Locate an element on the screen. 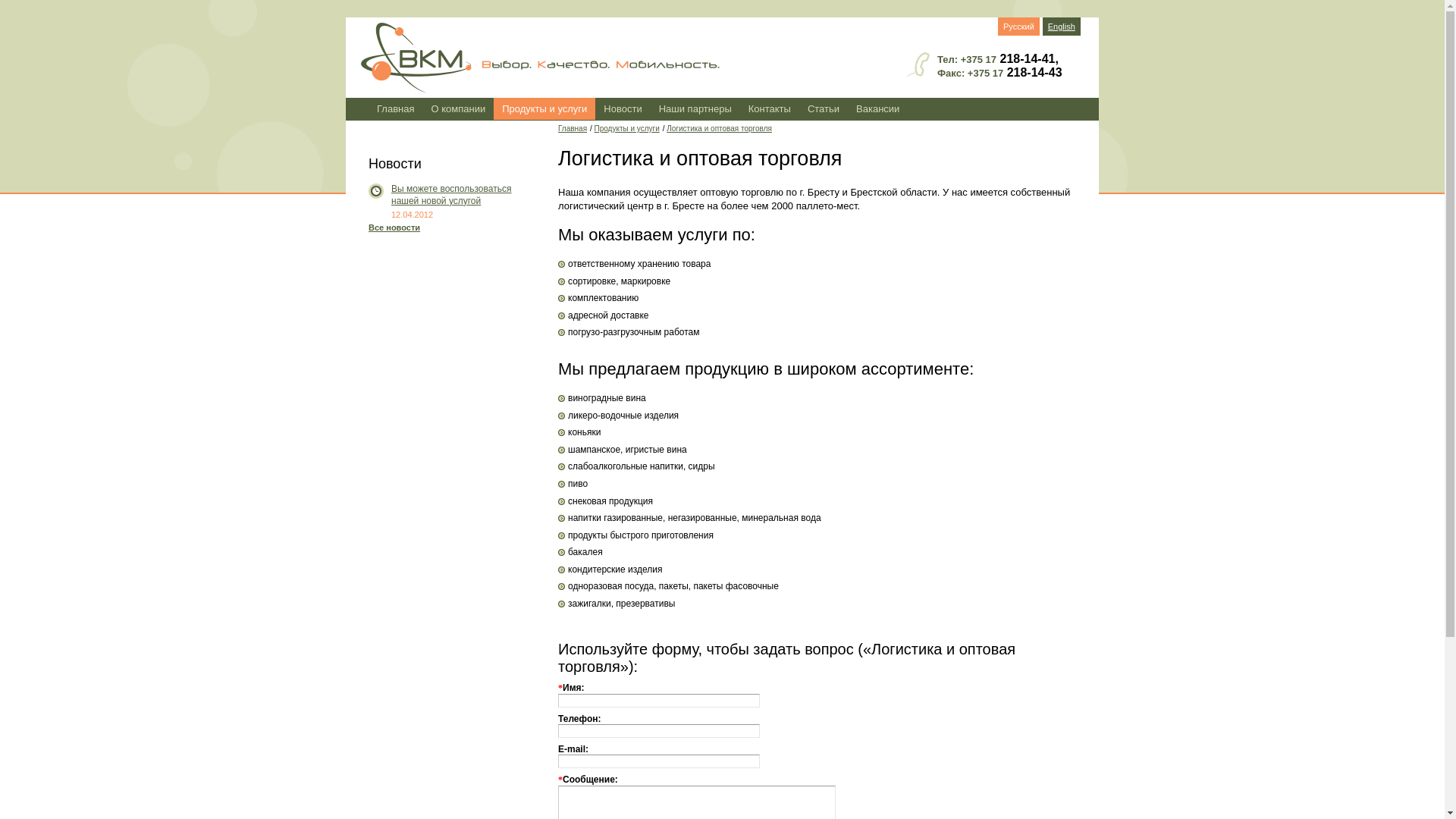  'English' is located at coordinates (1061, 26).